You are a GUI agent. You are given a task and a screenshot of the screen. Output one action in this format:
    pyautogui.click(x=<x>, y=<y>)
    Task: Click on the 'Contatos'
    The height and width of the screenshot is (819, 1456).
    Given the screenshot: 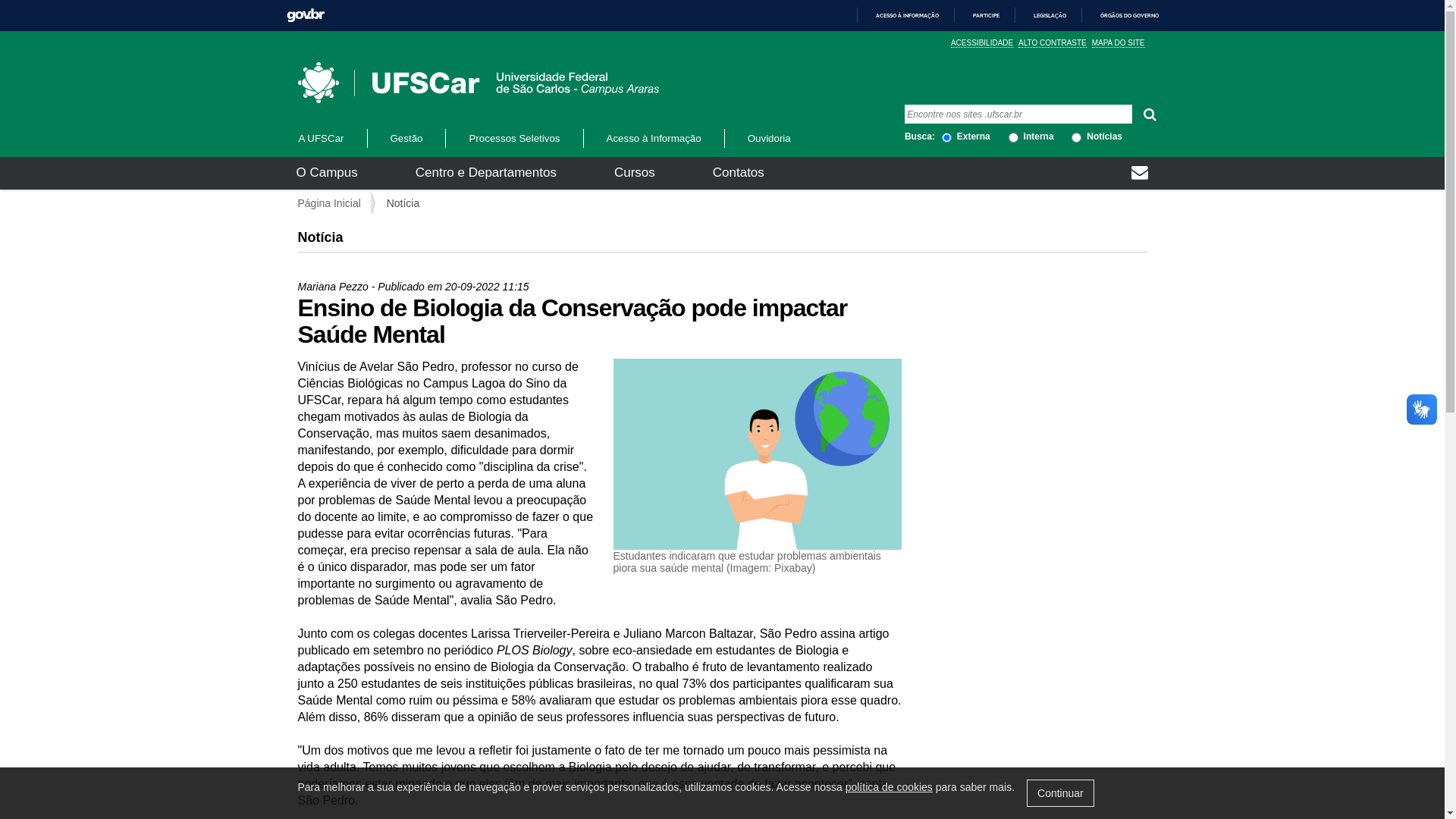 What is the action you would take?
    pyautogui.click(x=739, y=171)
    